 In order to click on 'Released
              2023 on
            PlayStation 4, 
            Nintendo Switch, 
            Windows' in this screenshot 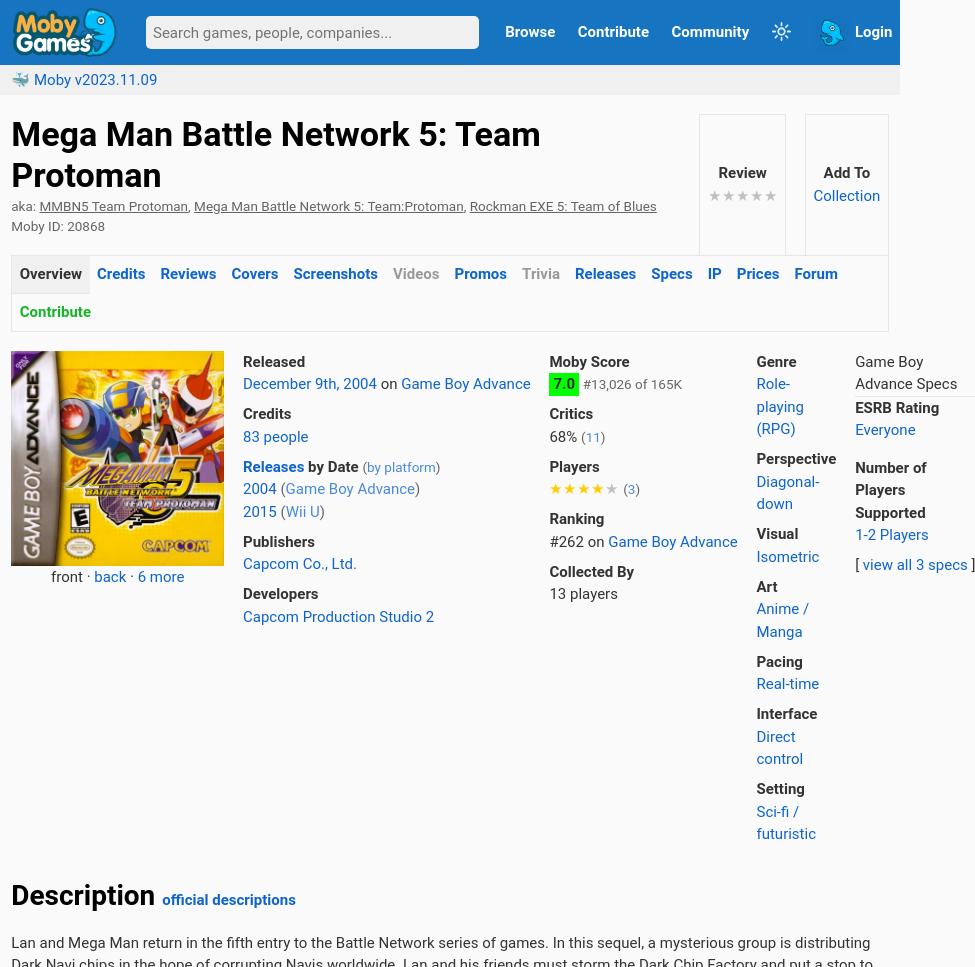, I will do `click(530, 761)`.